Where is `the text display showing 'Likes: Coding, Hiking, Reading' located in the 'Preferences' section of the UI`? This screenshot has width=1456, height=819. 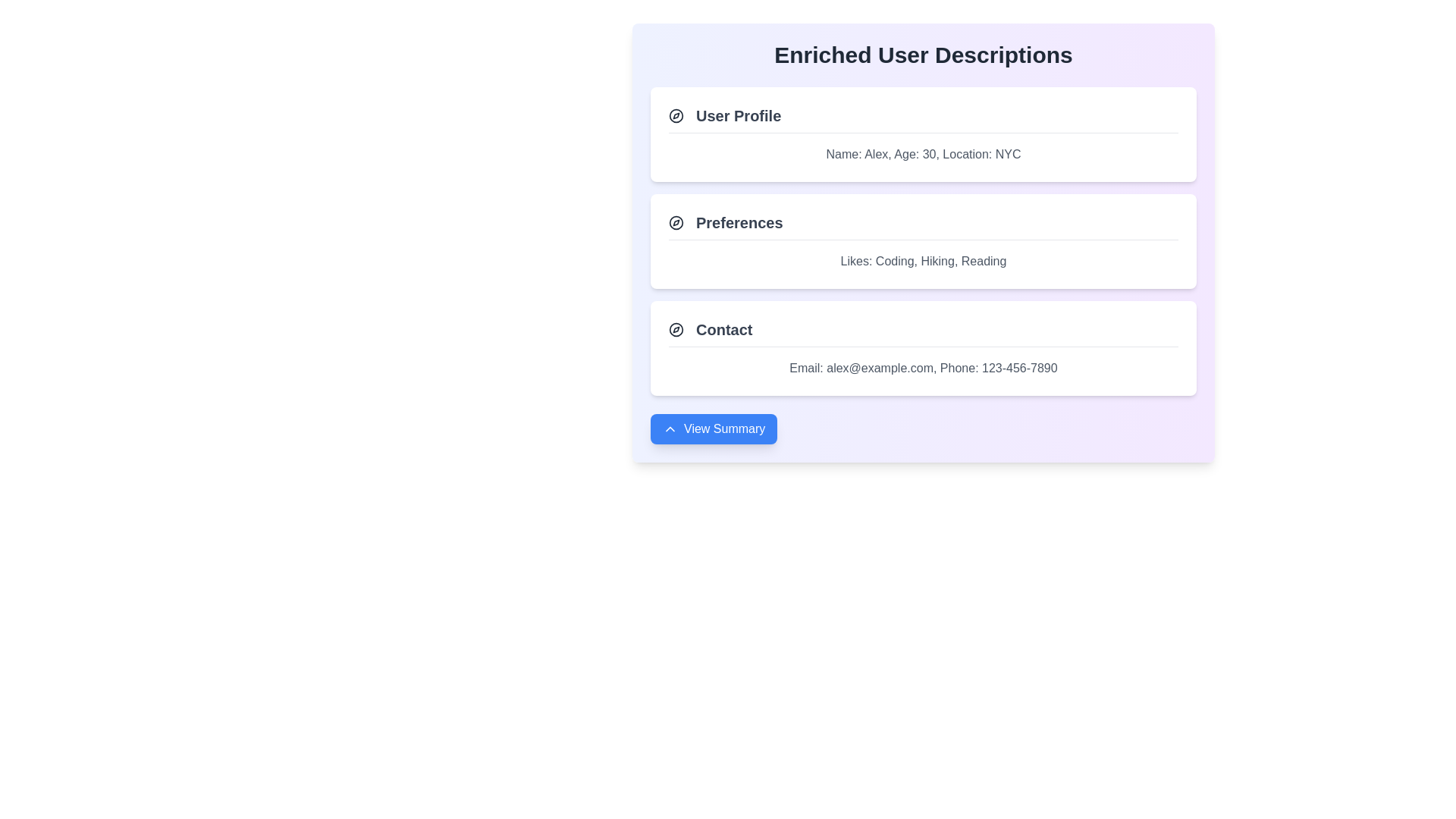
the text display showing 'Likes: Coding, Hiking, Reading' located in the 'Preferences' section of the UI is located at coordinates (923, 254).